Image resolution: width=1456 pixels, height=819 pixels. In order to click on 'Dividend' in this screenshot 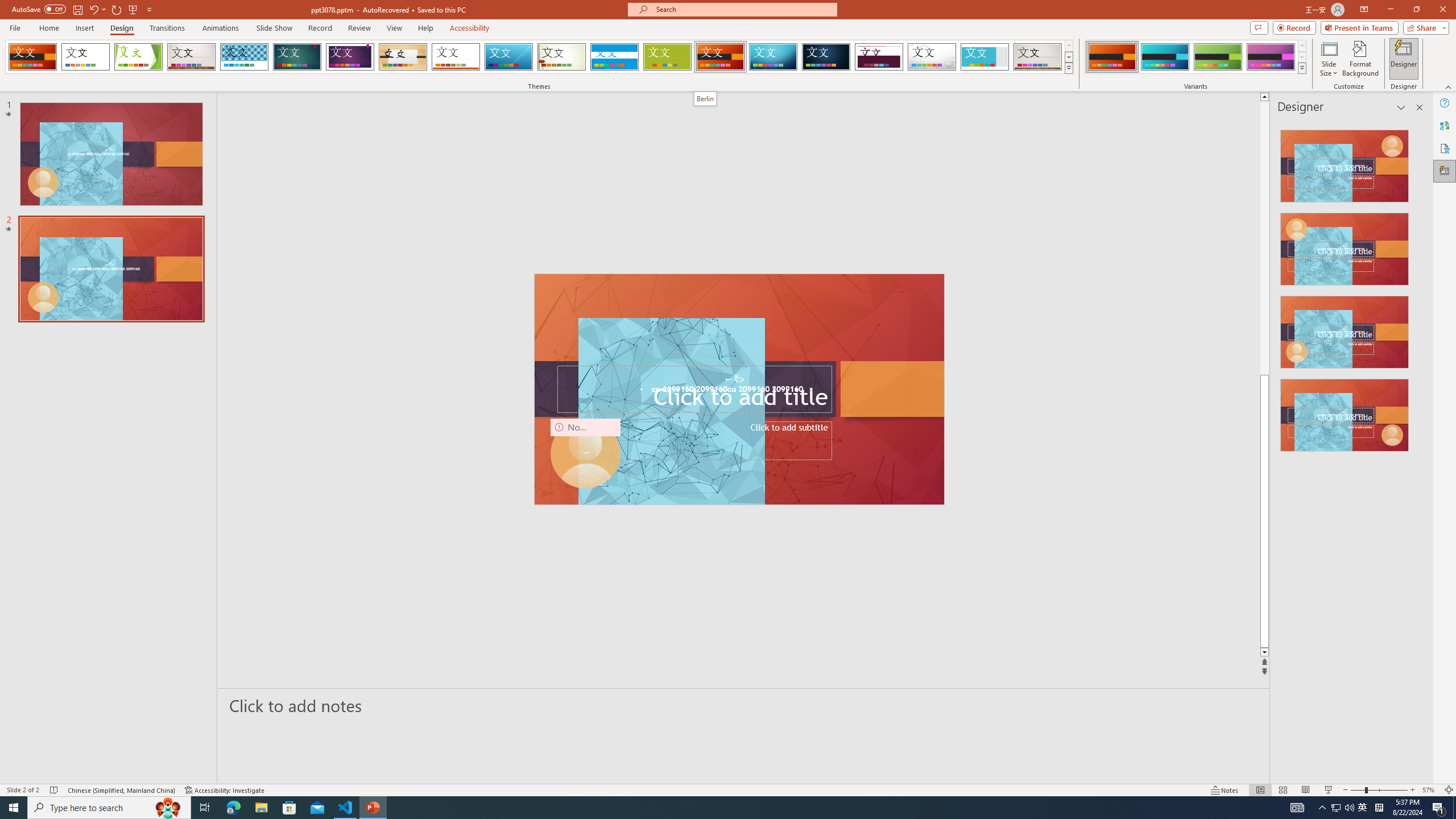, I will do `click(879, 56)`.